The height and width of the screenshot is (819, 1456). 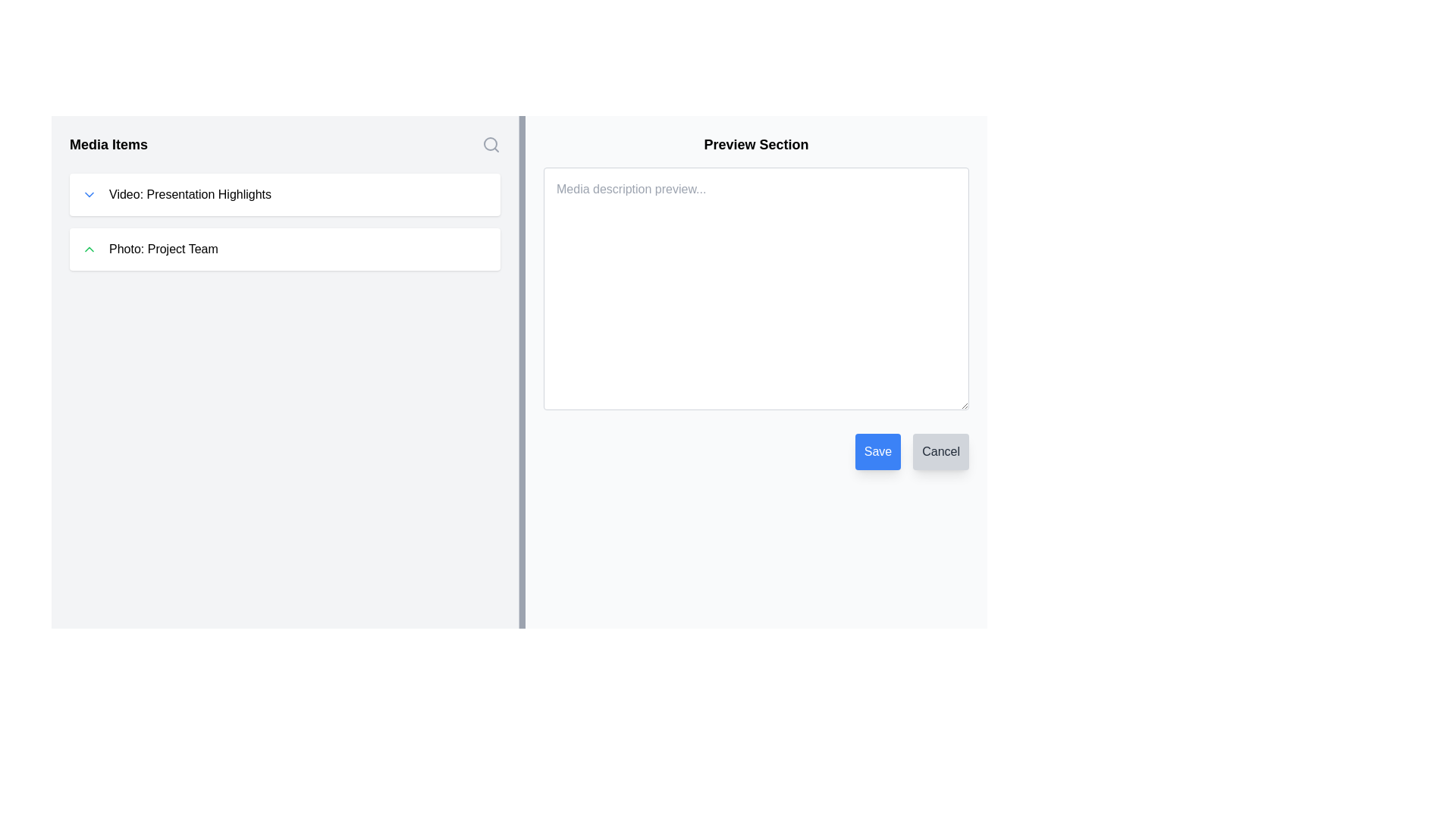 I want to click on the Header text that serves as a section title for the content below, providing users with identification of the section's purpose, so click(x=756, y=145).